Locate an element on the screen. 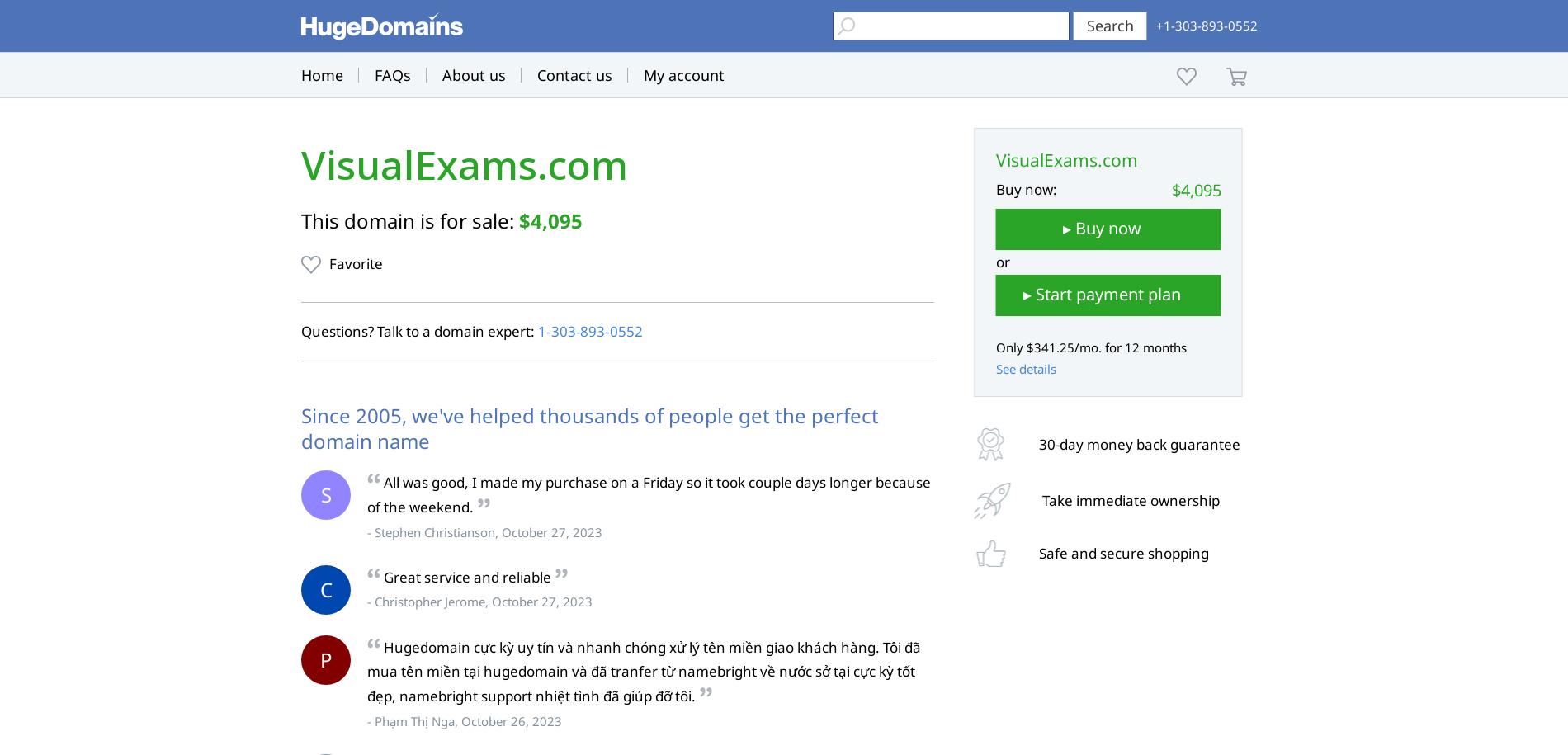 This screenshot has width=1568, height=755. '- Phạm Thị Nga, October 26, 2023' is located at coordinates (464, 720).